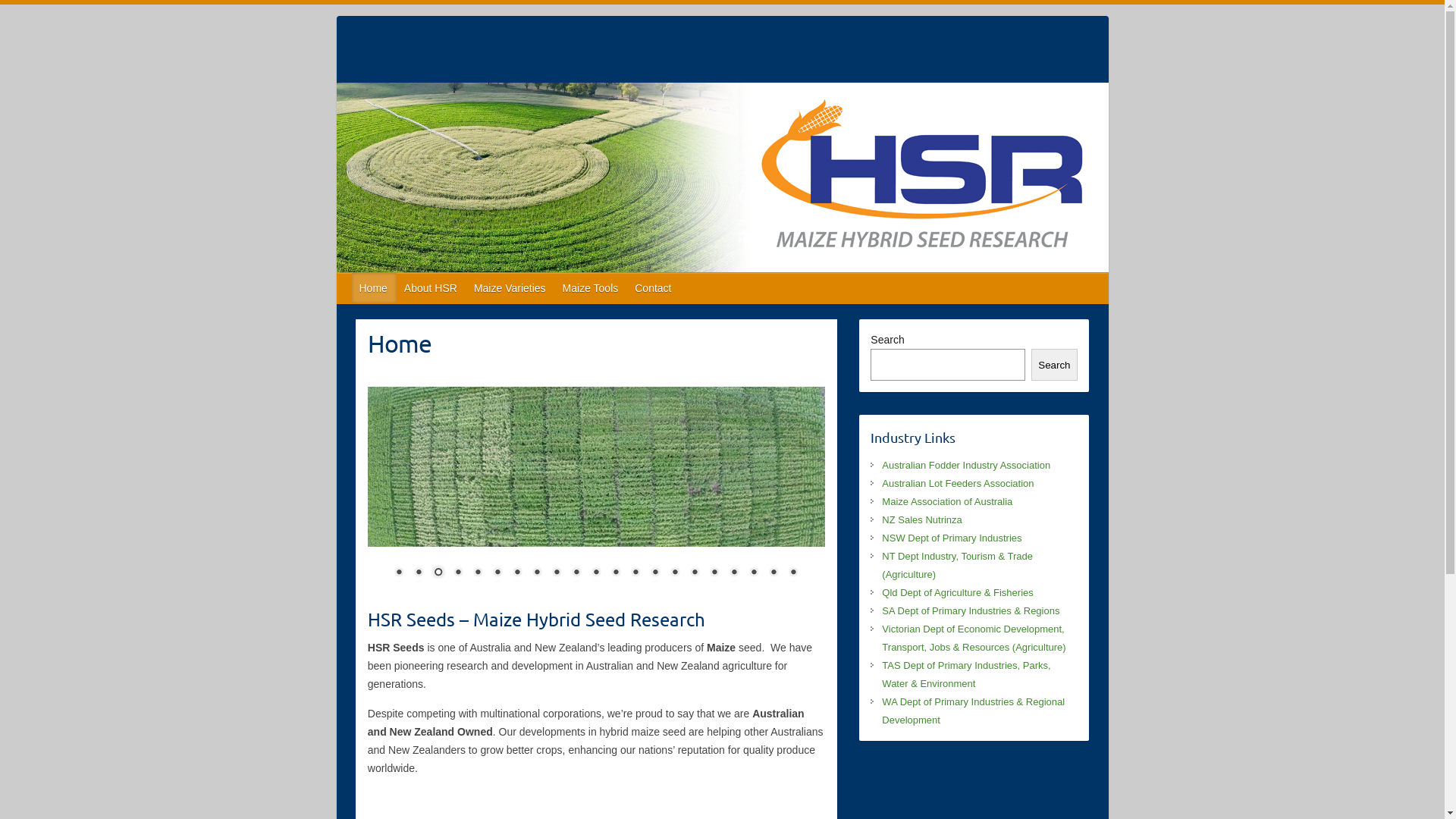 The image size is (1456, 819). I want to click on '8', so click(537, 573).